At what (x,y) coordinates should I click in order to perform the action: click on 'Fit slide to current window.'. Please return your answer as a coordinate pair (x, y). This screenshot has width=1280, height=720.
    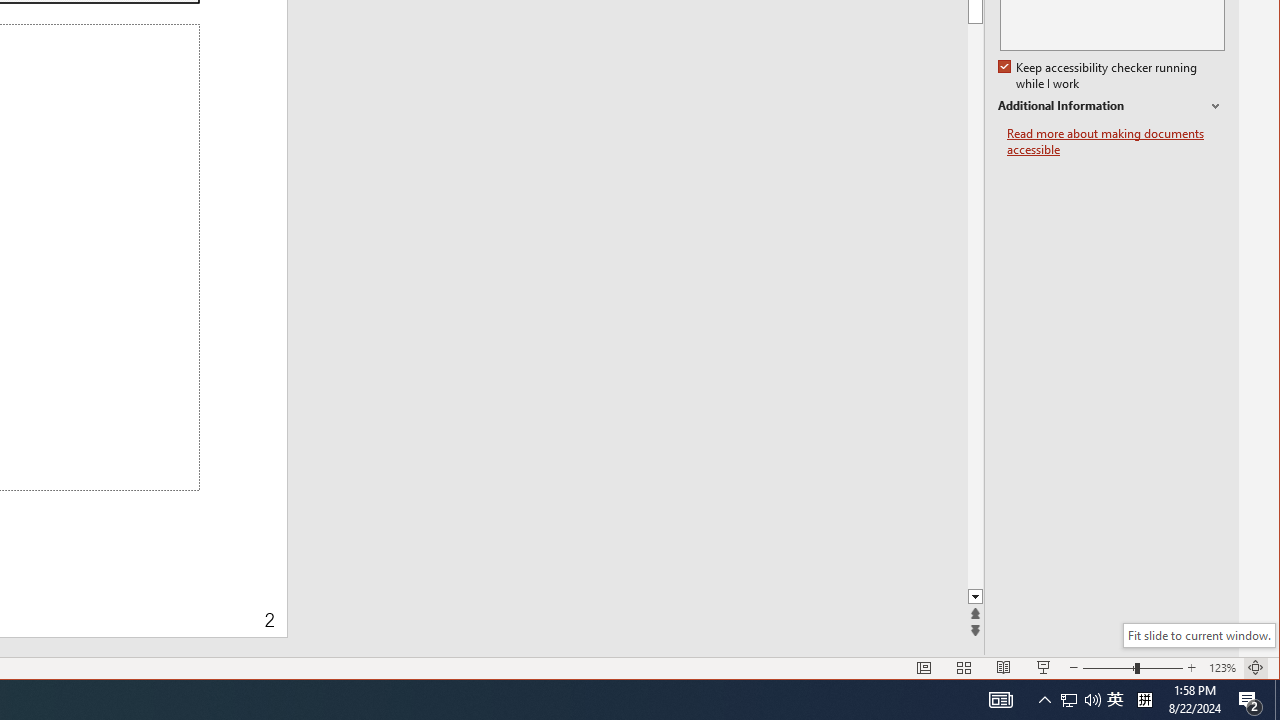
    Looking at the image, I should click on (1199, 635).